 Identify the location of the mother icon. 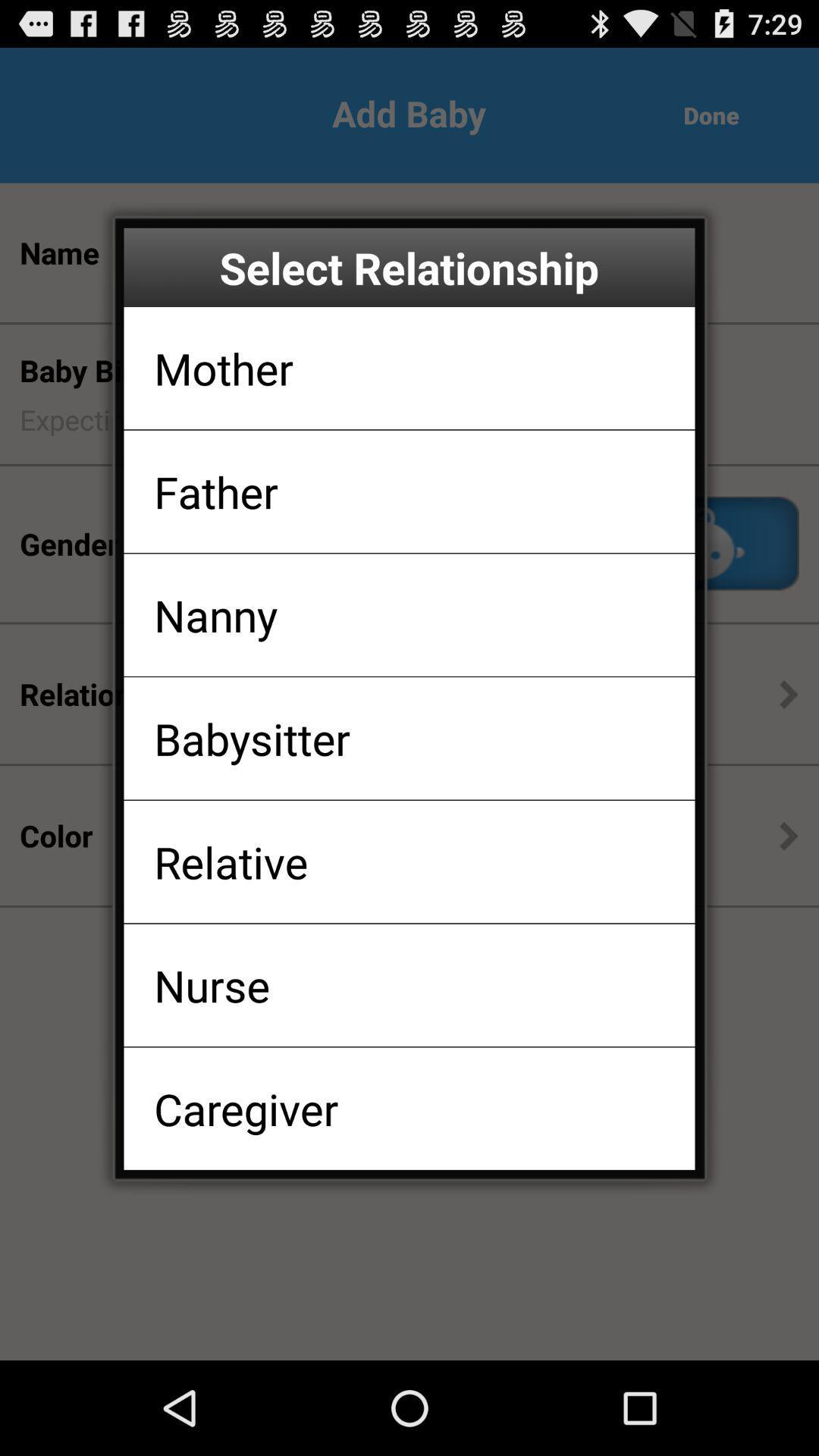
(224, 368).